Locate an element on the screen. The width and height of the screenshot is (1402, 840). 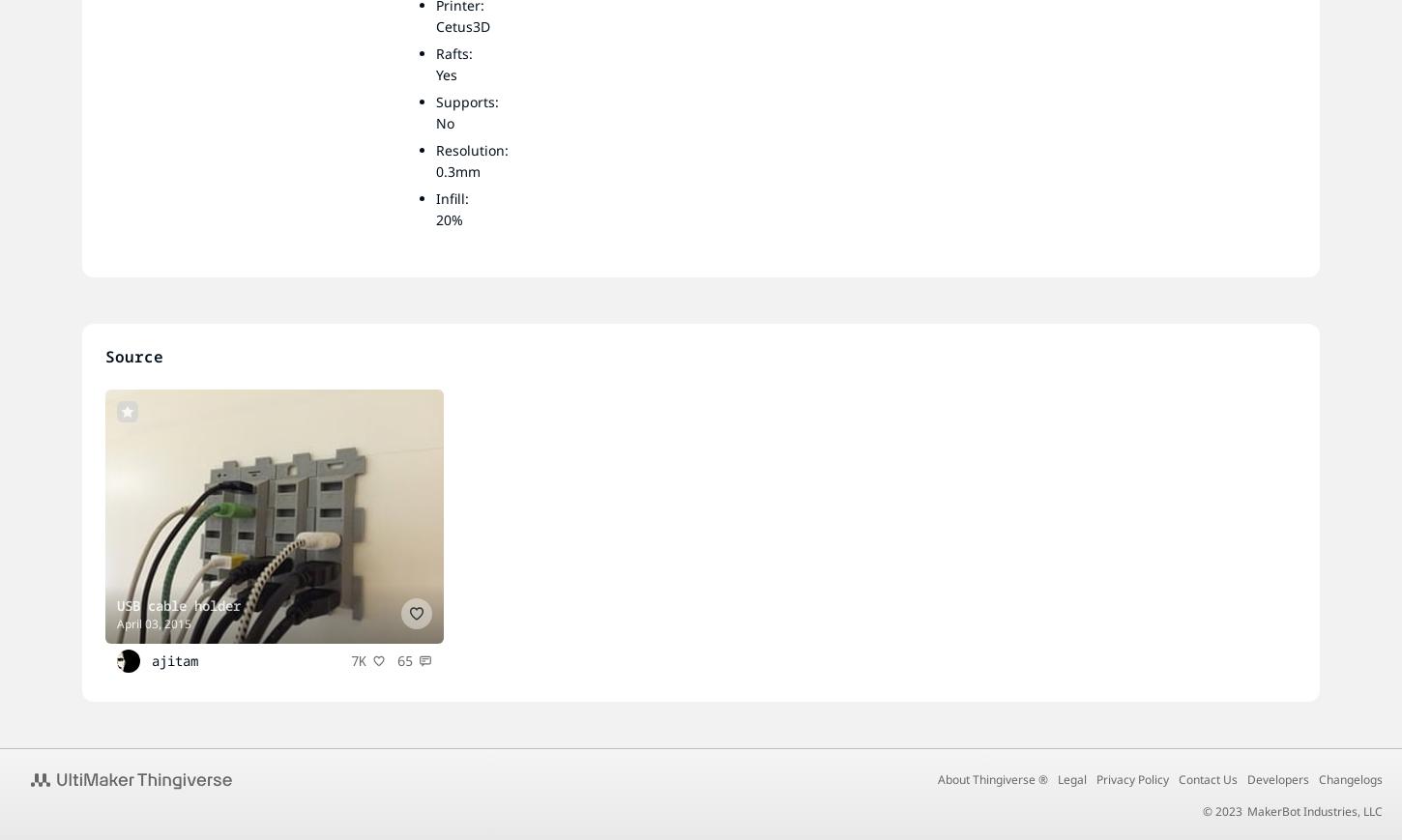
'Rafts' is located at coordinates (452, 52).